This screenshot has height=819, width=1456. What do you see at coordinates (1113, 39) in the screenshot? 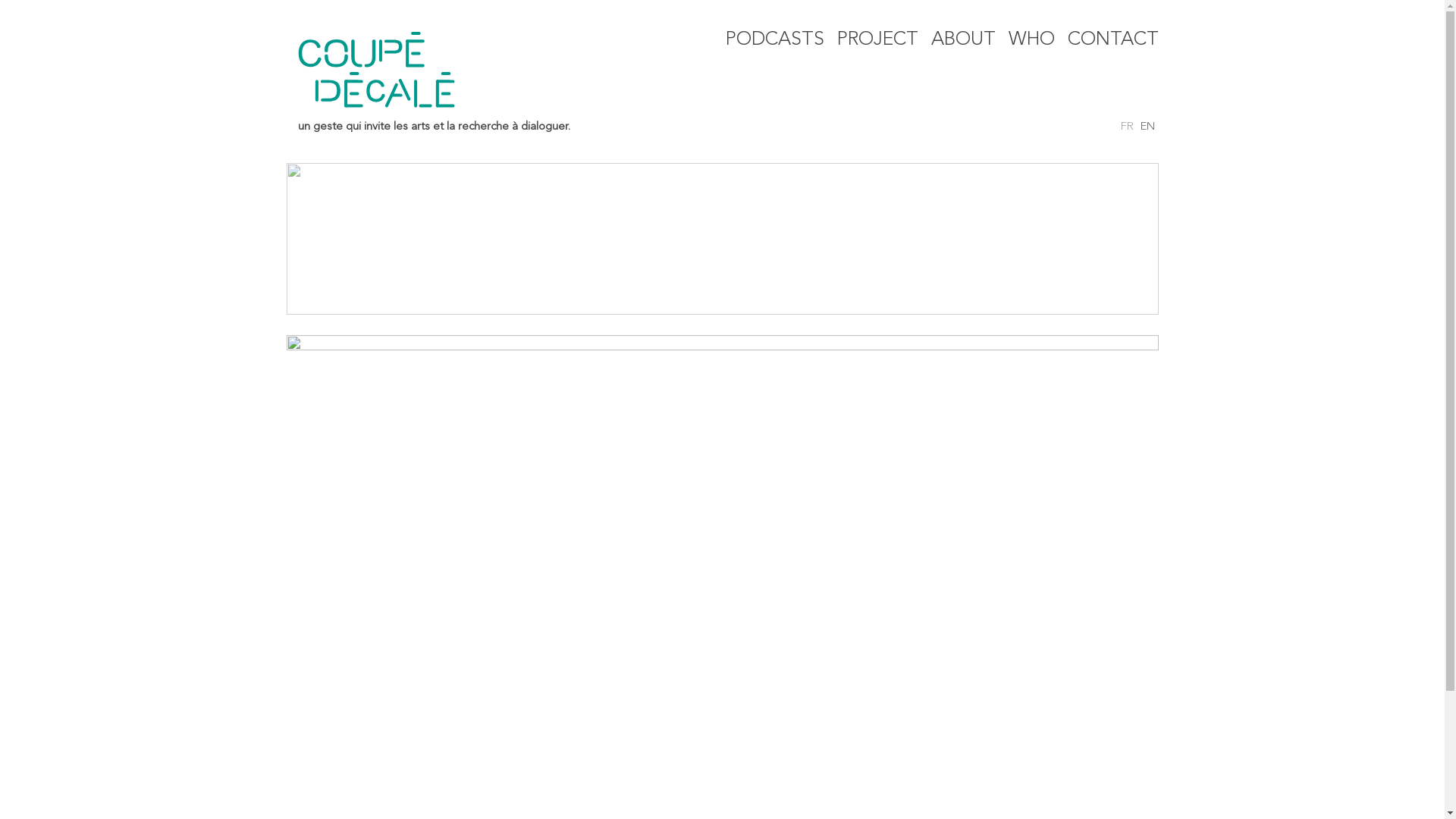
I see `'CONTACT'` at bounding box center [1113, 39].